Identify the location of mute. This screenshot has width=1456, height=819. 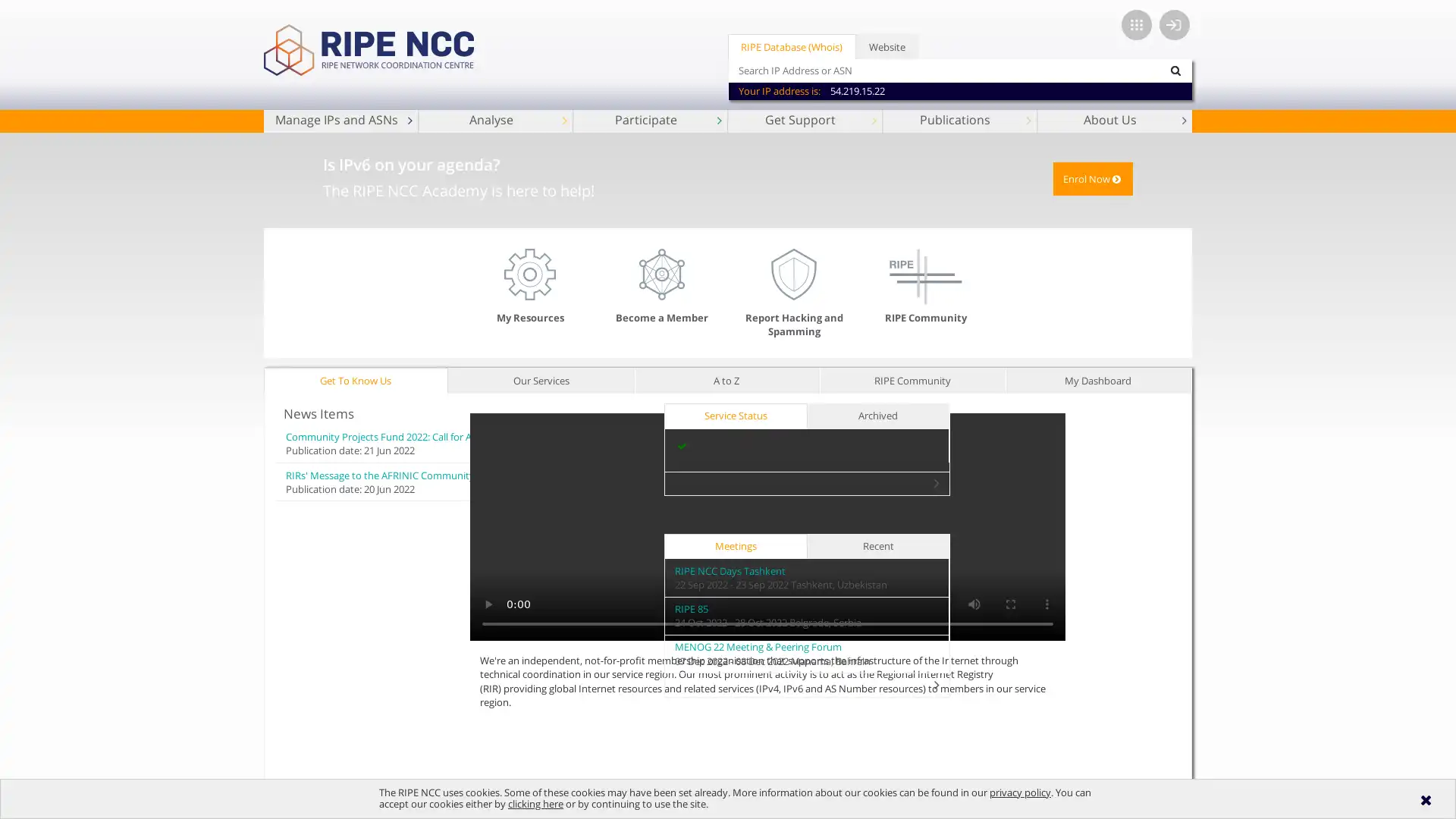
(1087, 602).